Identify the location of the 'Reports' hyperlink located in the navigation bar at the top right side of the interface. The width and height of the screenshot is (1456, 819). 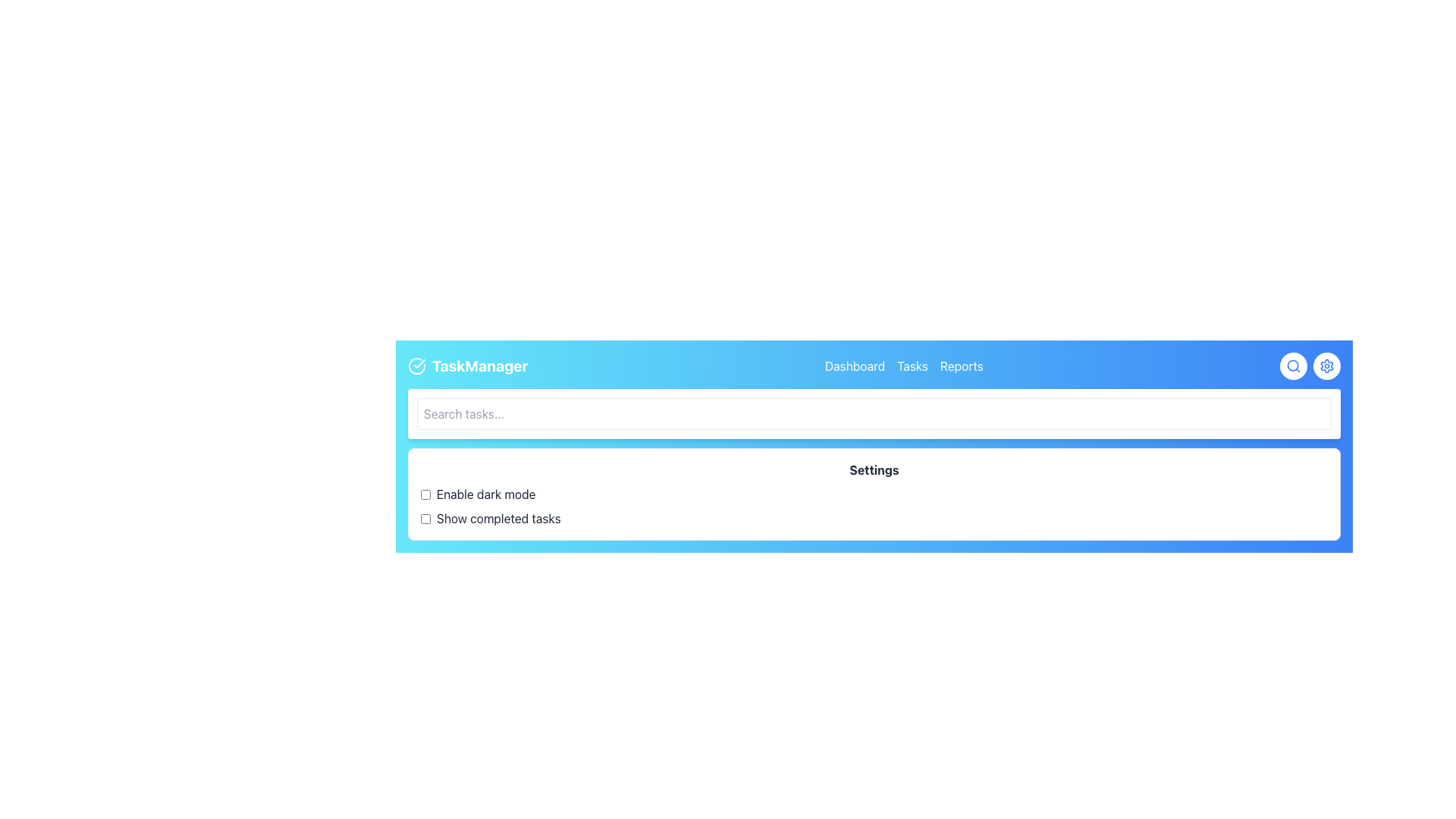
(961, 366).